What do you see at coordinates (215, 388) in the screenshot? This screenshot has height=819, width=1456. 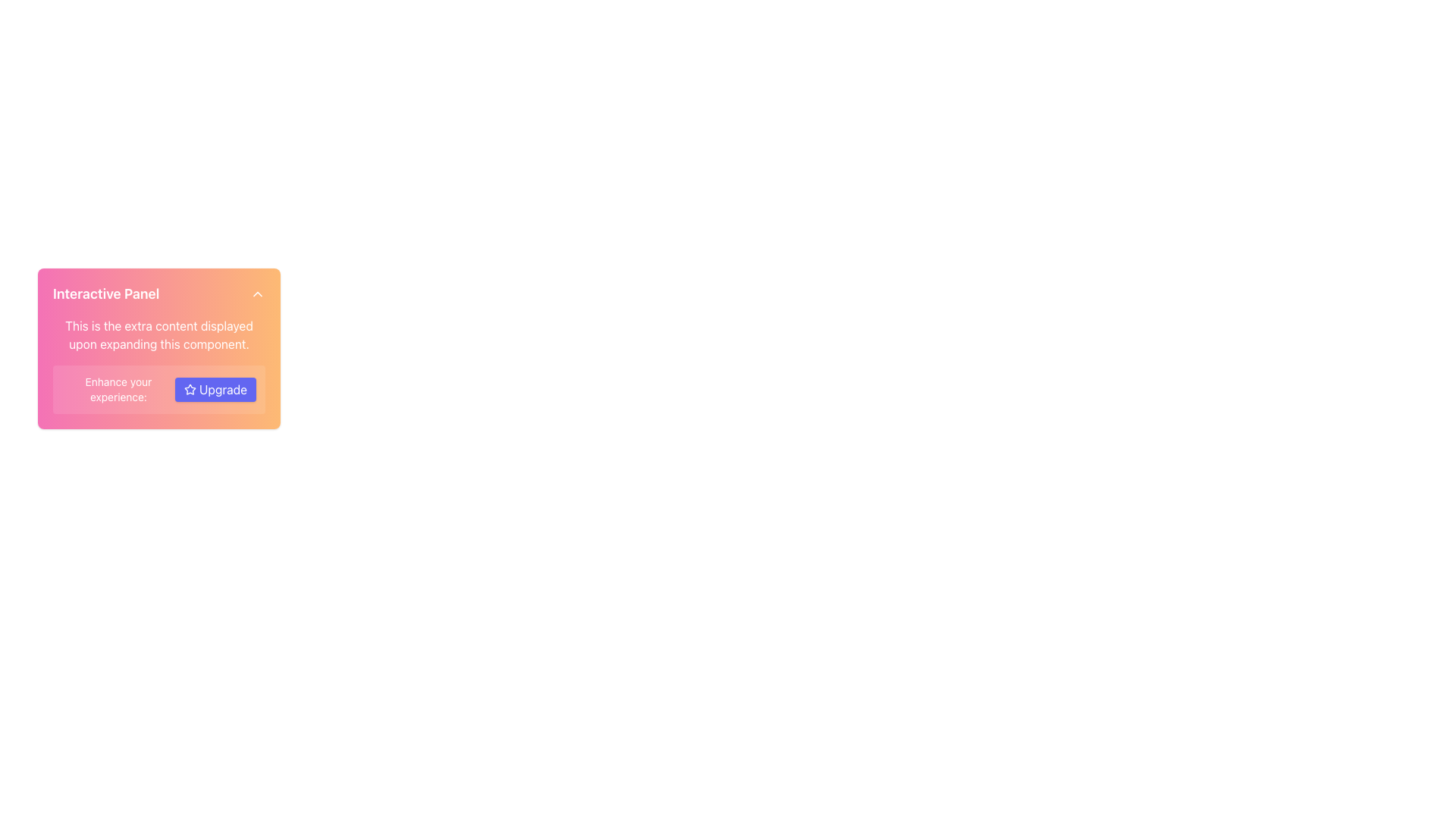 I see `the 'Upgrade' button with a blue background and a star icon` at bounding box center [215, 388].